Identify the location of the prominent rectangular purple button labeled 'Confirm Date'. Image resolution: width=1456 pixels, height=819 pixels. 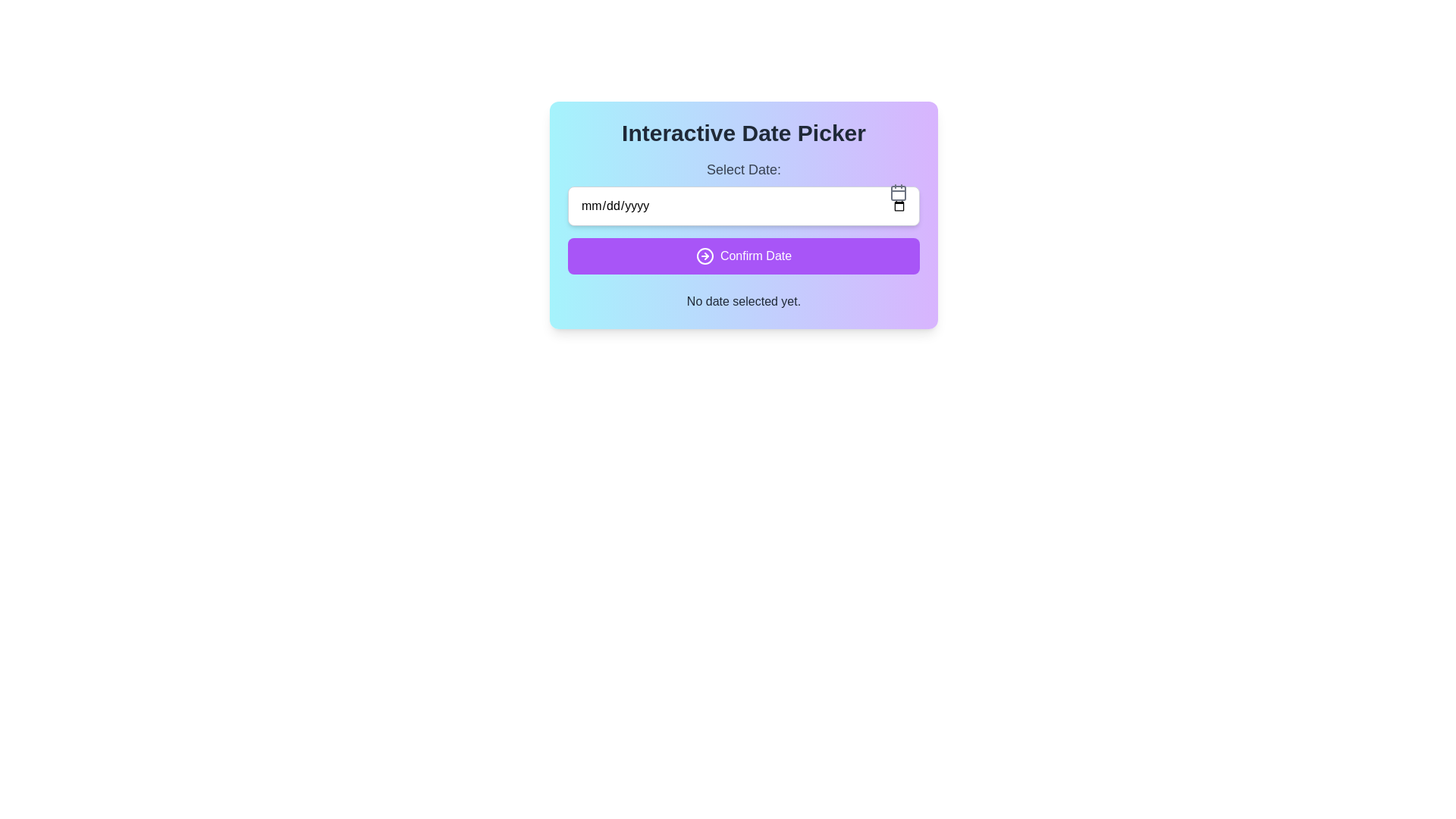
(743, 256).